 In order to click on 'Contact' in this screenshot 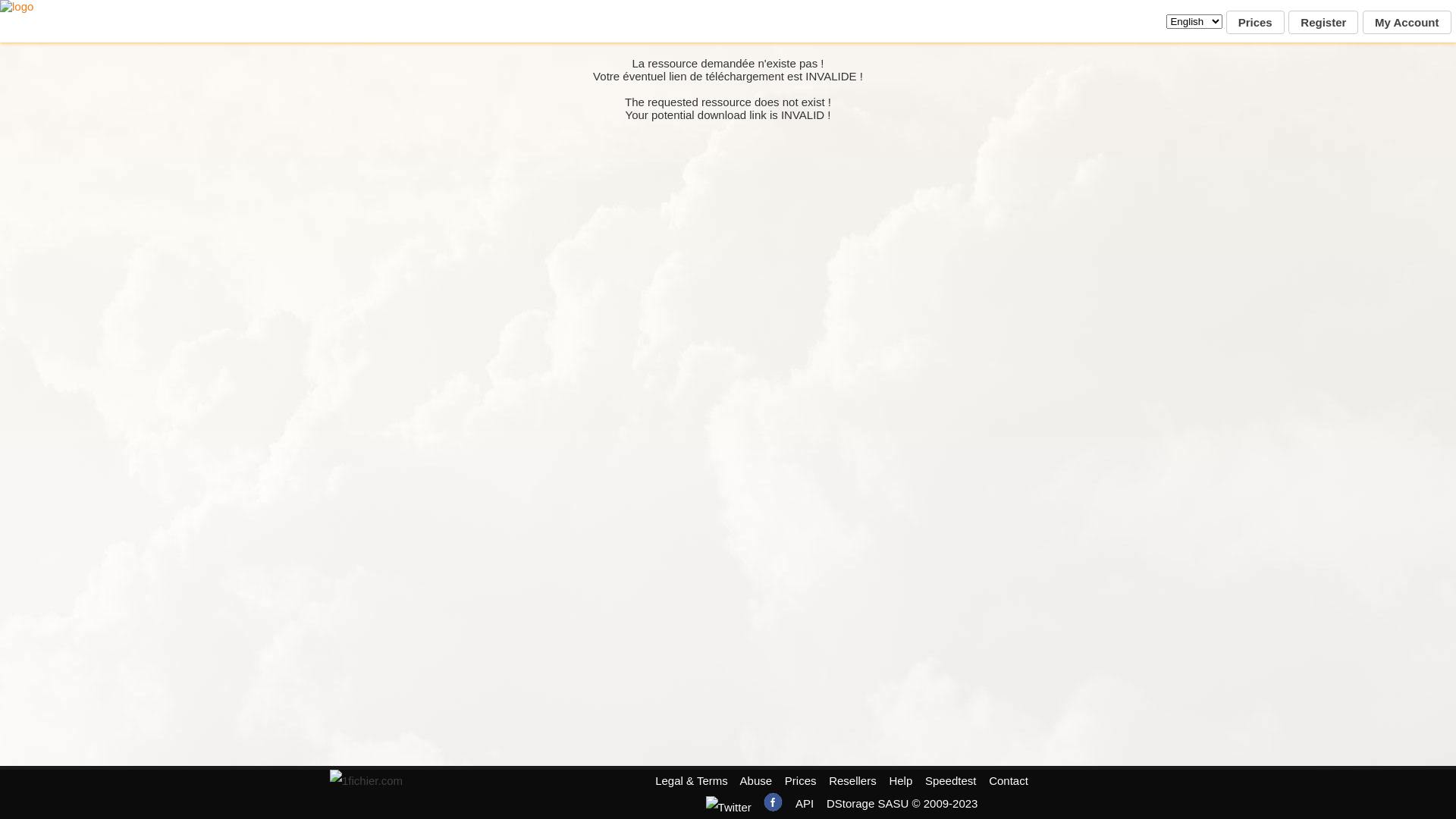, I will do `click(1008, 780)`.